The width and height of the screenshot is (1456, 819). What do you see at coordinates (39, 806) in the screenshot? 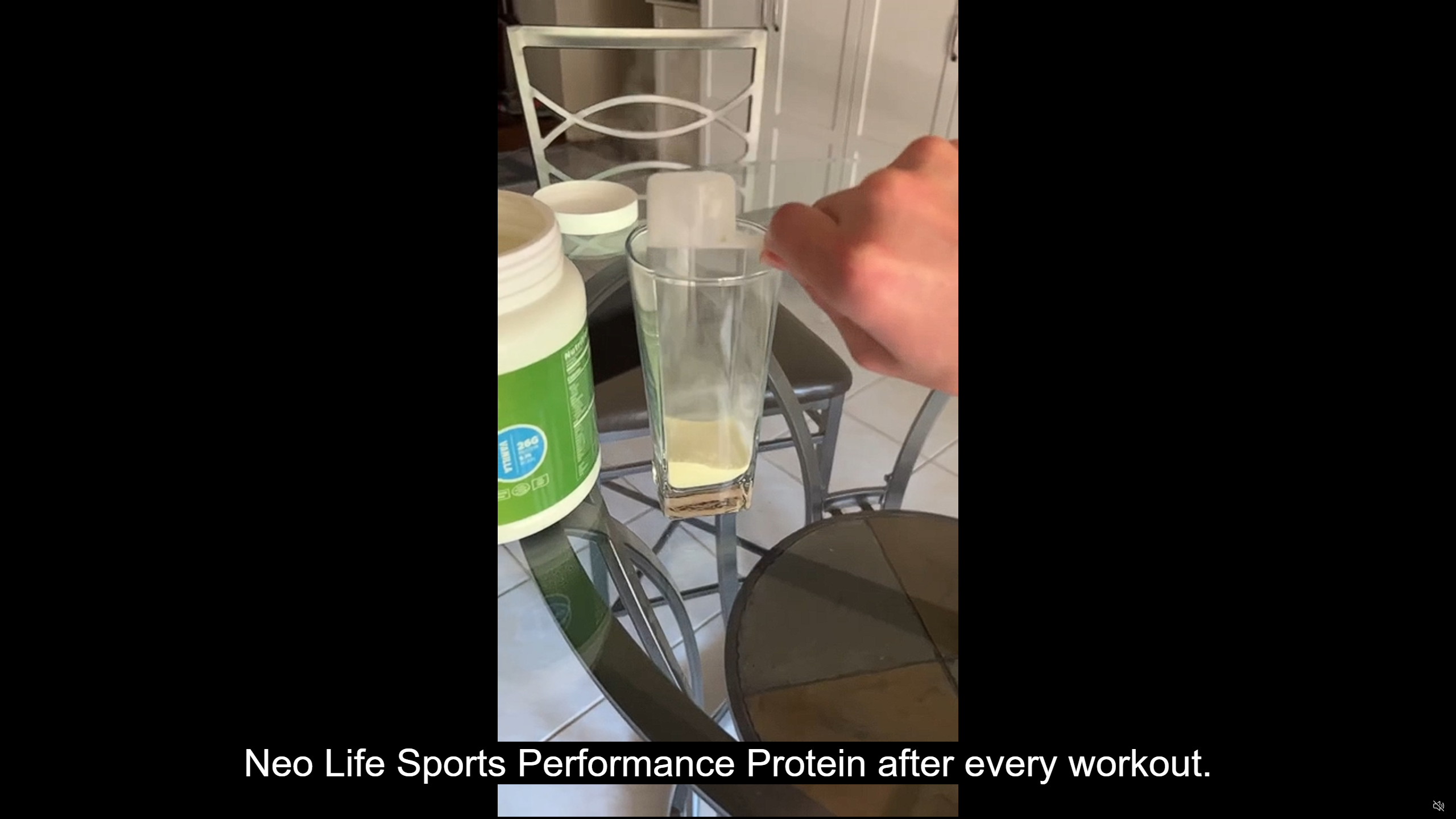
I see `'Seek Back'` at bounding box center [39, 806].